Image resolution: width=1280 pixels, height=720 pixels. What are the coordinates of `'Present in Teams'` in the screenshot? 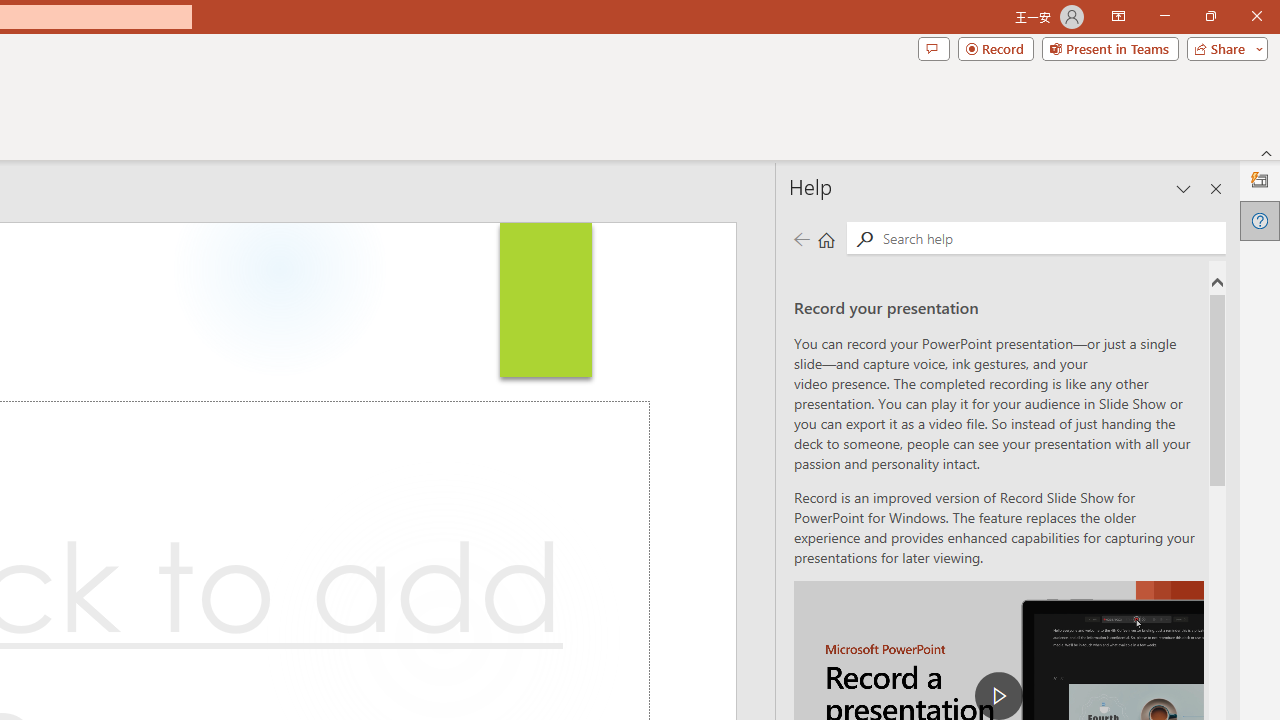 It's located at (1109, 47).